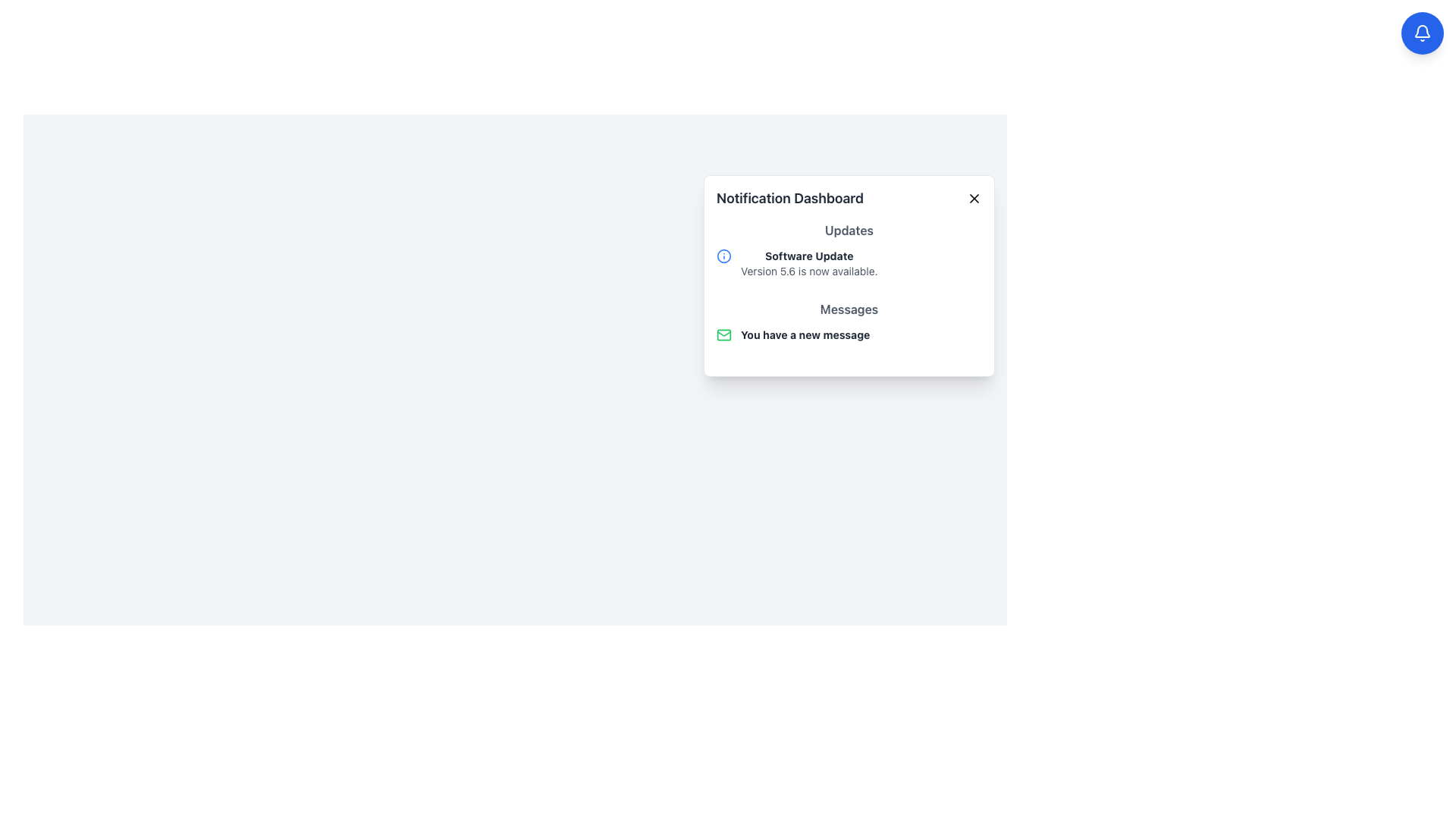 Image resolution: width=1456 pixels, height=819 pixels. Describe the element at coordinates (848, 334) in the screenshot. I see `the Notification item displaying the envelope icon and the message 'You have a new message.' within the 'Messages' card on the Notification Dashboard` at that location.